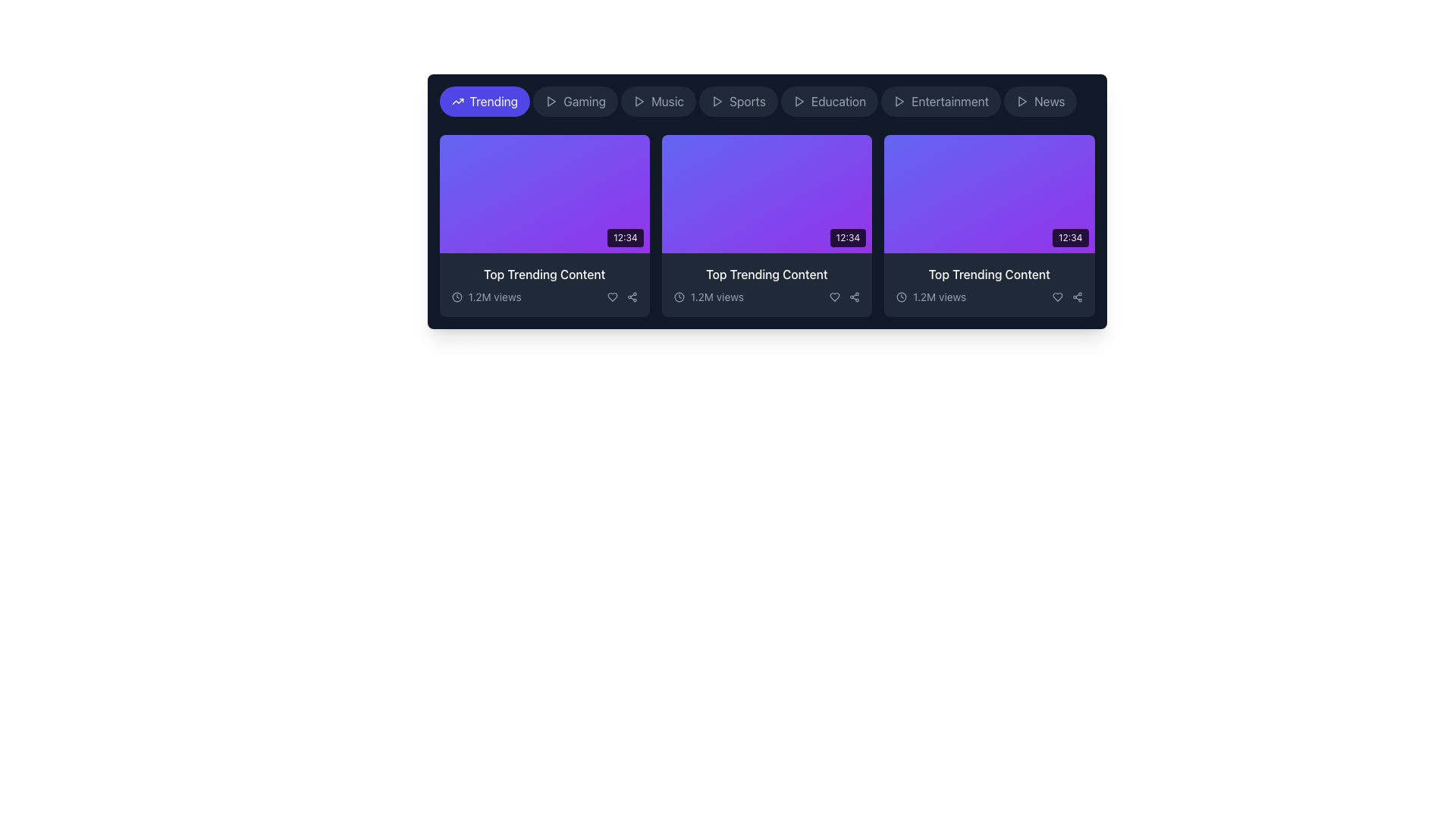  I want to click on the 'Music' text label in the navigation bar, so click(667, 102).